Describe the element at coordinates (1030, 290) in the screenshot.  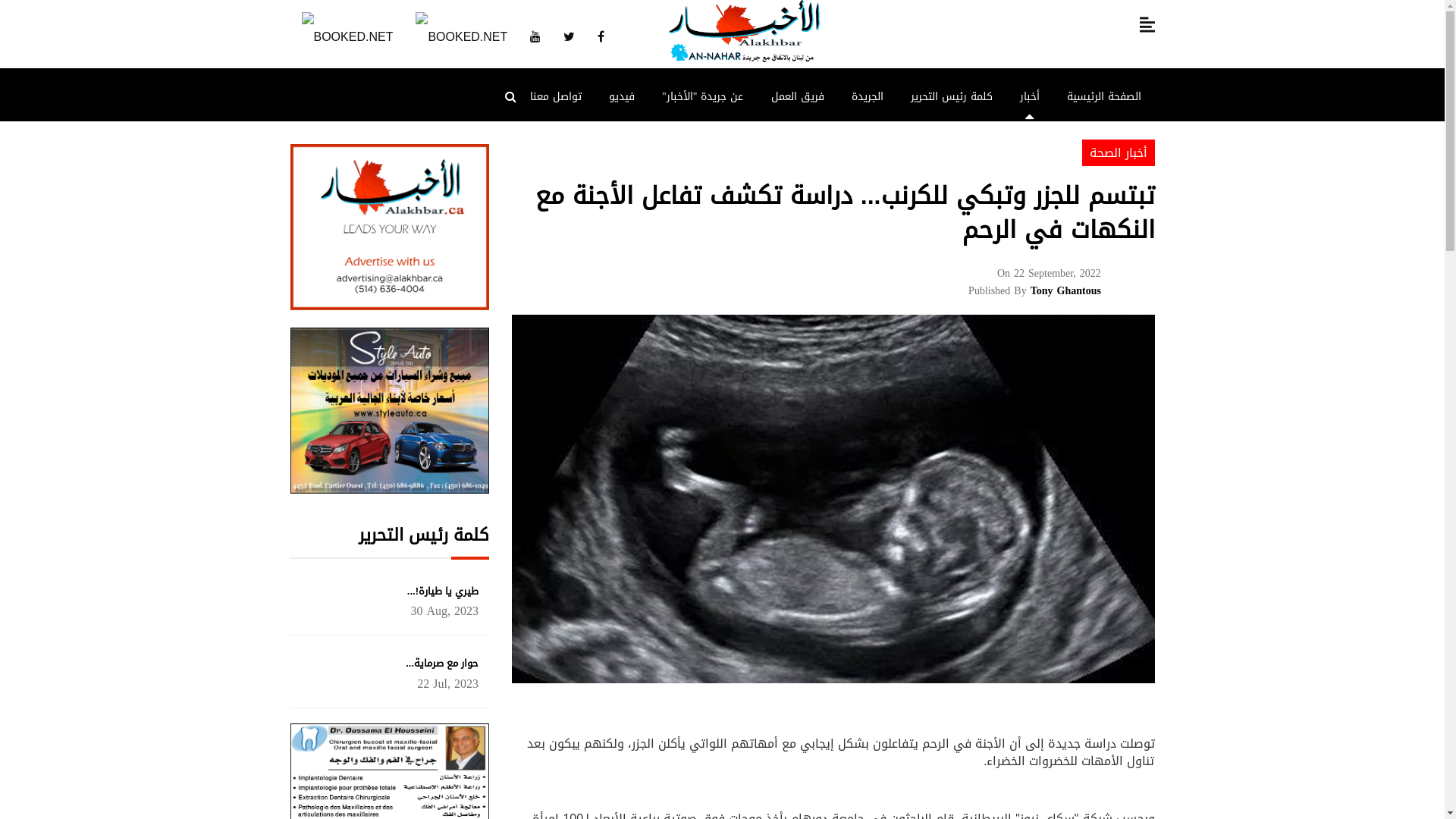
I see `'Tony Ghantous'` at that location.